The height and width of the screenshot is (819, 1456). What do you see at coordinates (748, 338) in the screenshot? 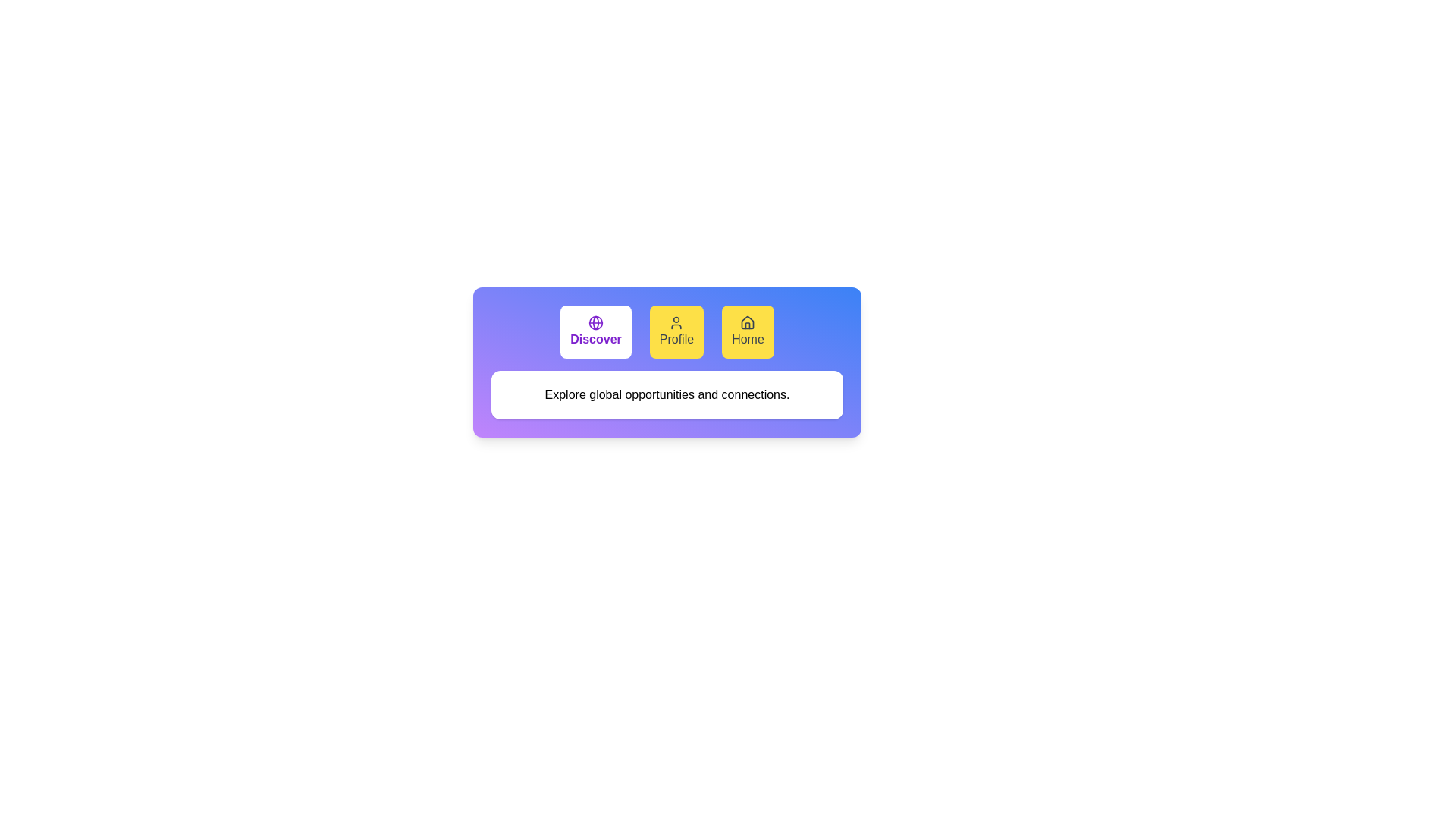
I see `the 'Home' text label located within the 'Home' button, which is the third button in a row of three buttons ('Discover', 'Profile', 'Home')` at bounding box center [748, 338].